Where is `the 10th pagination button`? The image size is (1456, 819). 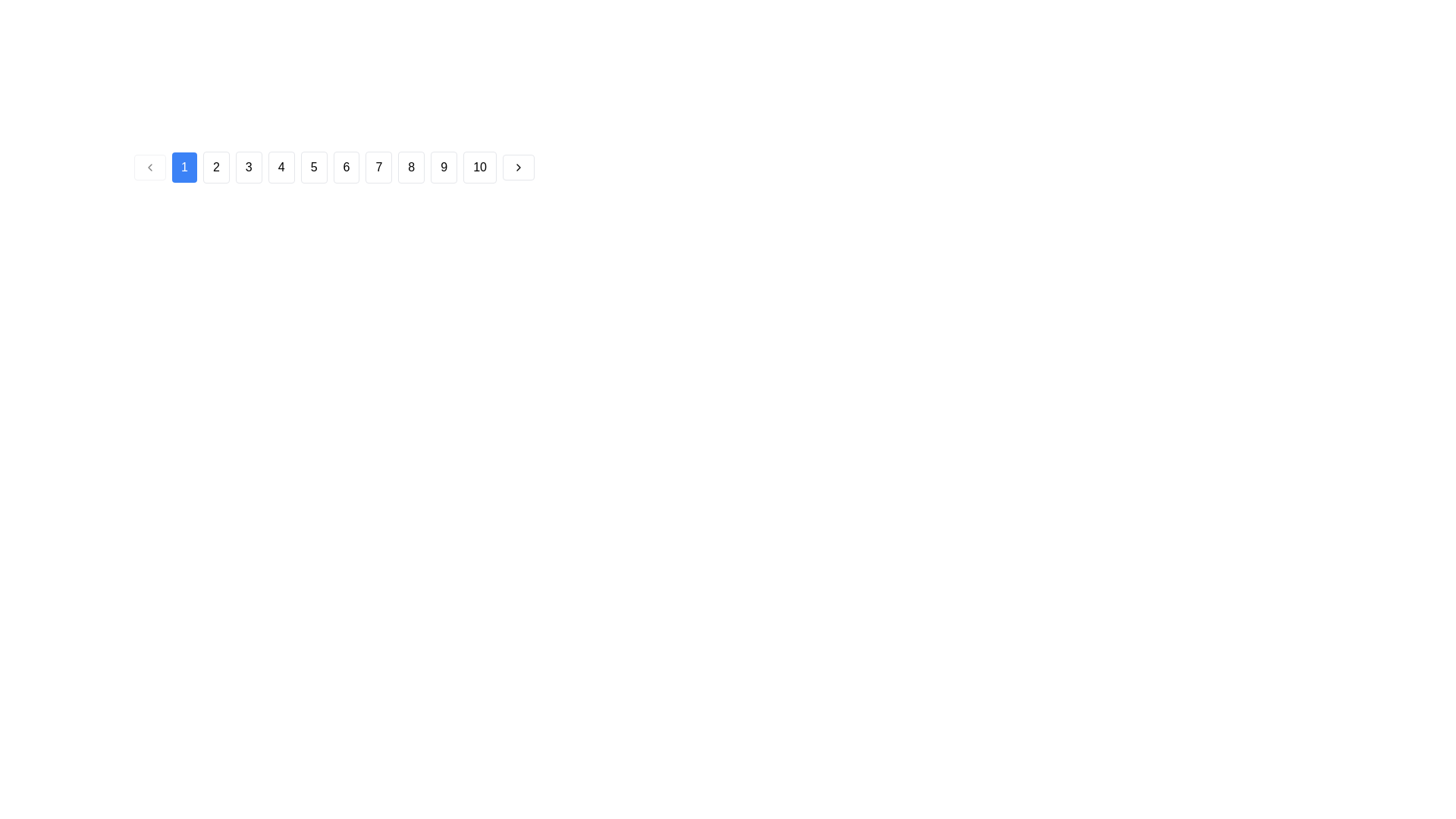 the 10th pagination button is located at coordinates (479, 167).